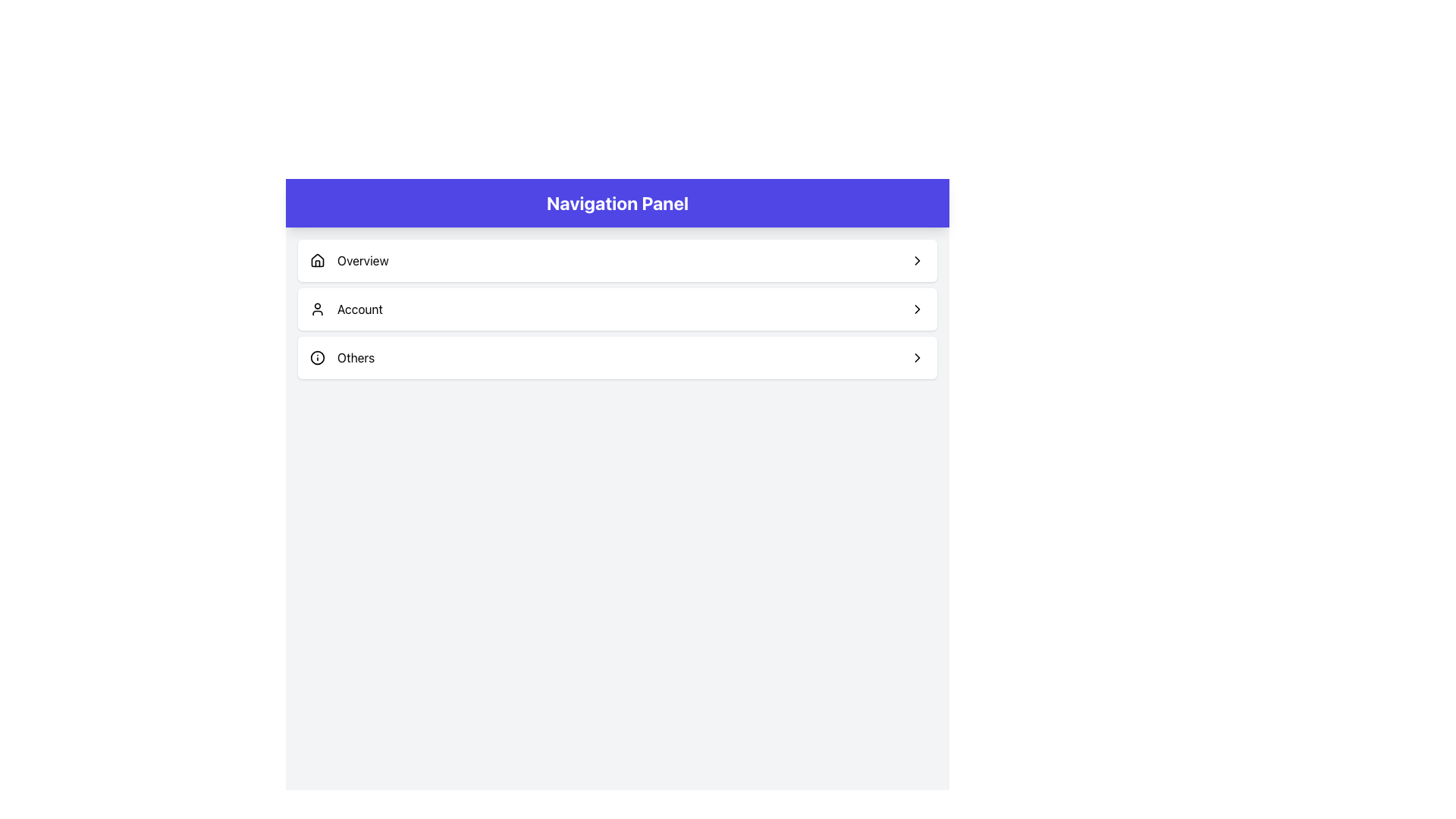  Describe the element at coordinates (316, 357) in the screenshot. I see `the icon that serves as a visual indicator for the 'Others' navigation option, located to the left of the 'Others' text in the third position of a vertically stacked list` at that location.